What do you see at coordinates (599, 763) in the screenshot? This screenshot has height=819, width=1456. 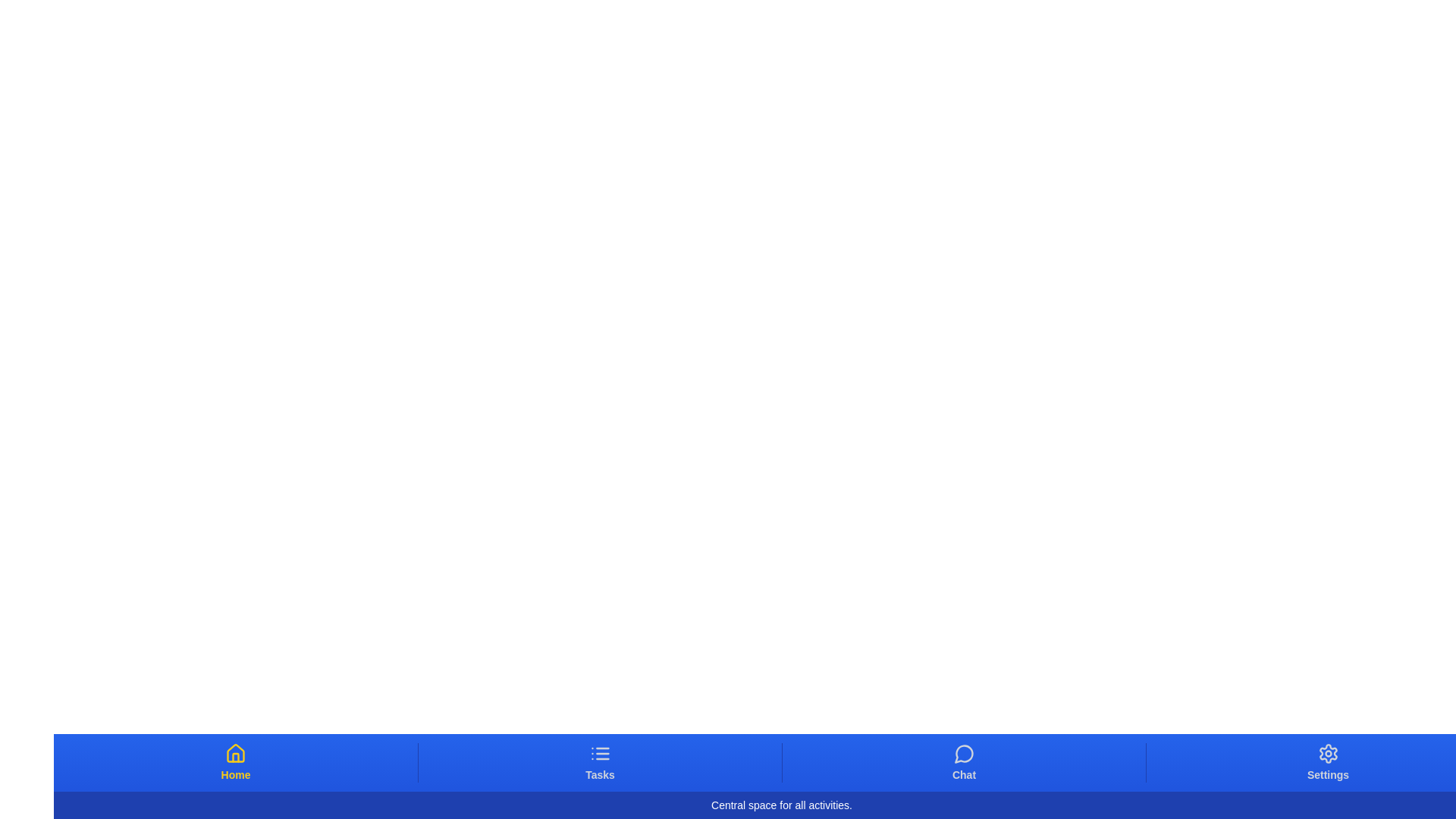 I see `the tab button labeled Tasks` at bounding box center [599, 763].